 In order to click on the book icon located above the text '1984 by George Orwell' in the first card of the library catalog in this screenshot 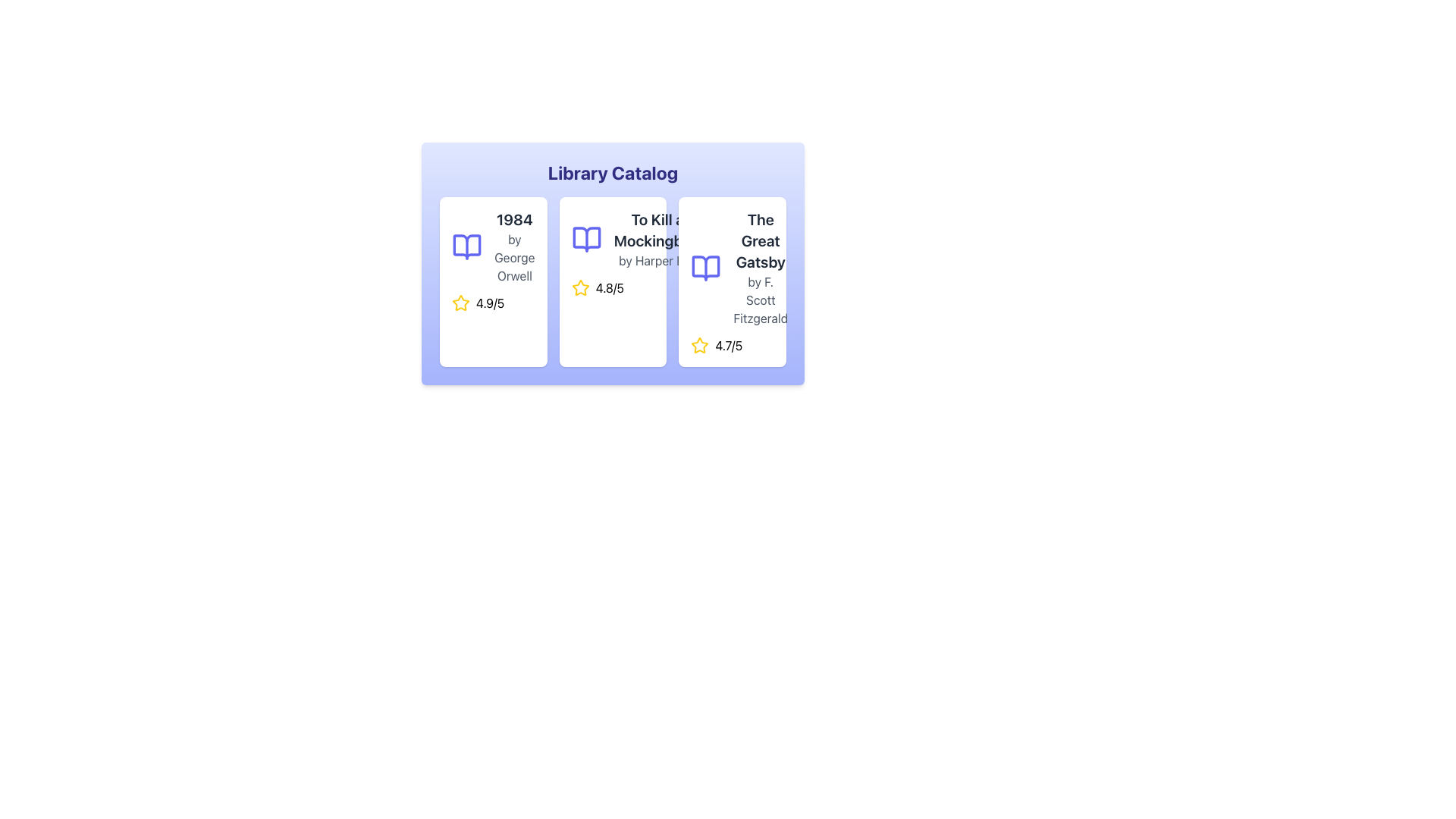, I will do `click(466, 246)`.